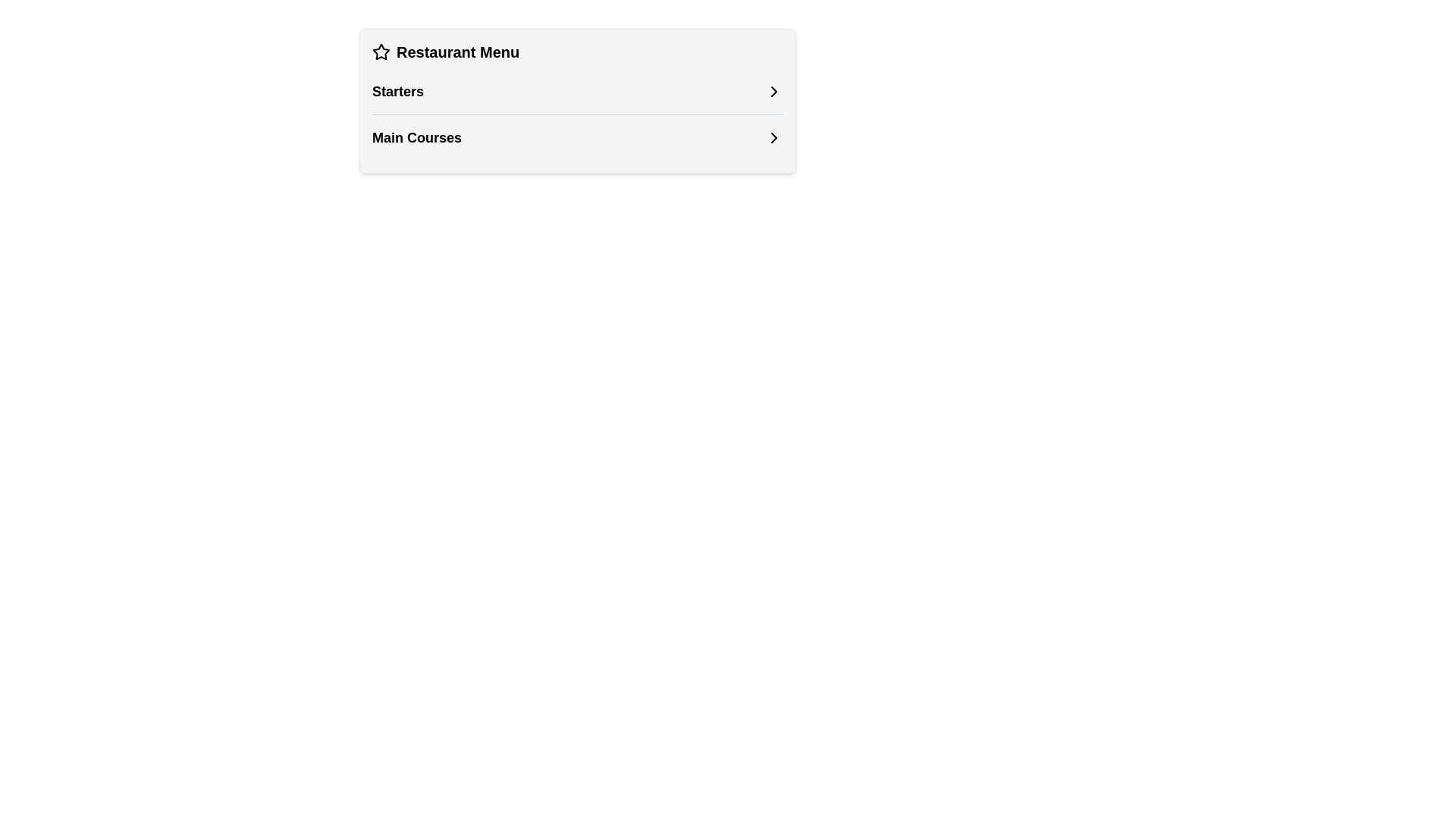 Image resolution: width=1456 pixels, height=819 pixels. I want to click on the star-shaped icon with a minimalist black outline, which is positioned to the left of the bold text 'Restaurant Menu', so click(381, 52).